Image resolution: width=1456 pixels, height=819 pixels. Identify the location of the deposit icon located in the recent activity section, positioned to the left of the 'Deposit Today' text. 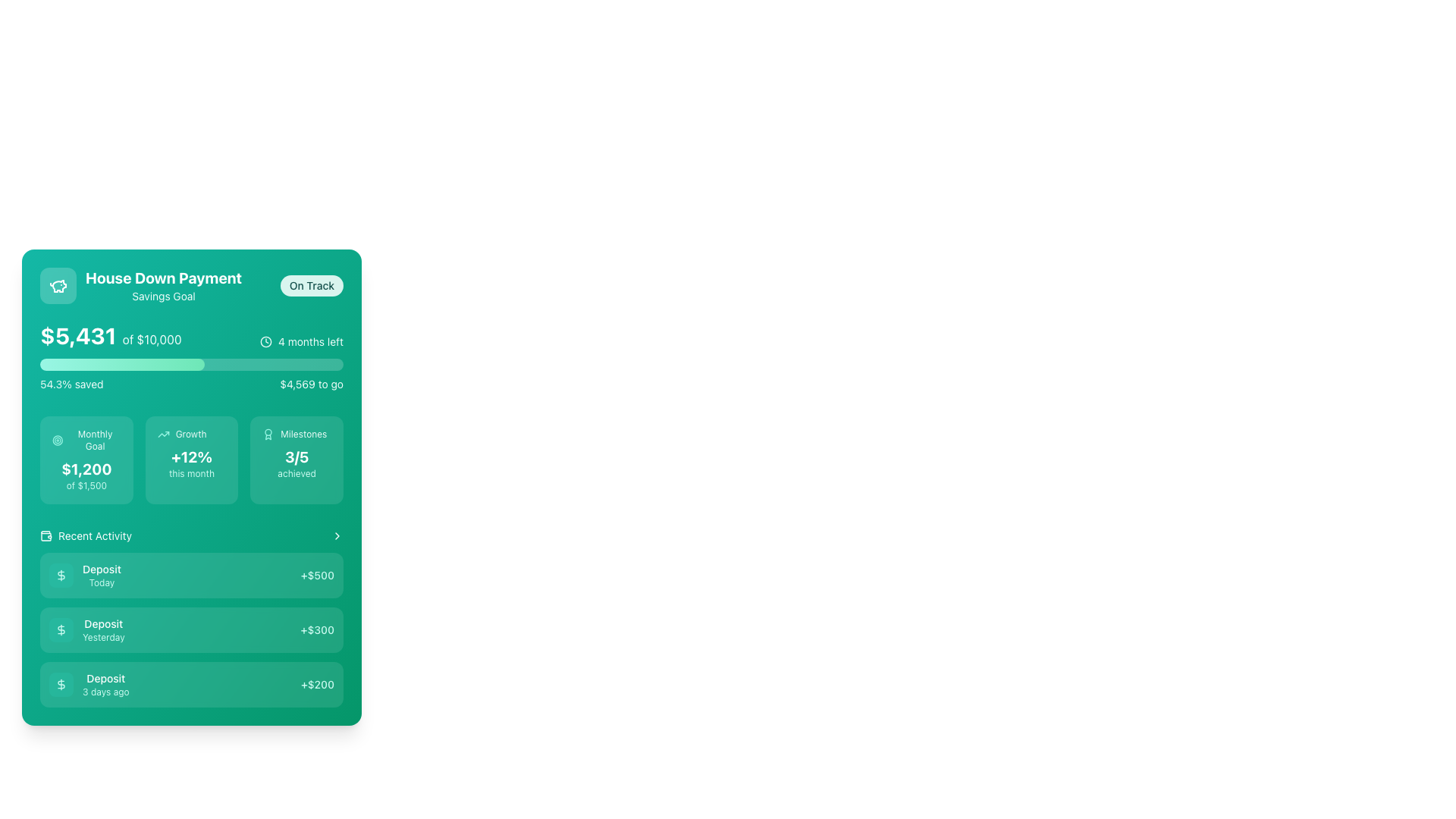
(61, 576).